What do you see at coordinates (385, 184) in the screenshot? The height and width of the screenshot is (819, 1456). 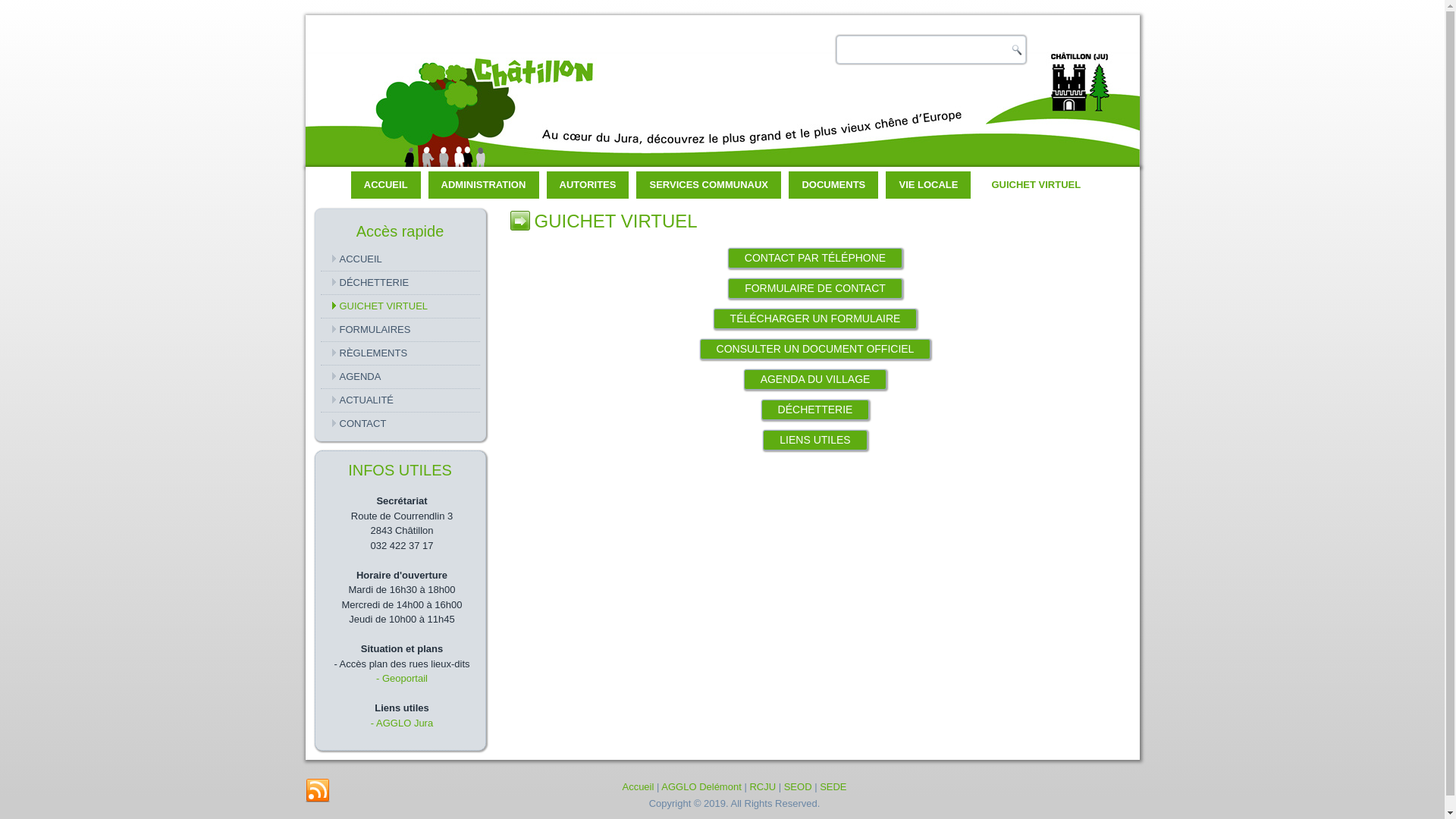 I see `'ACCUEIL'` at bounding box center [385, 184].